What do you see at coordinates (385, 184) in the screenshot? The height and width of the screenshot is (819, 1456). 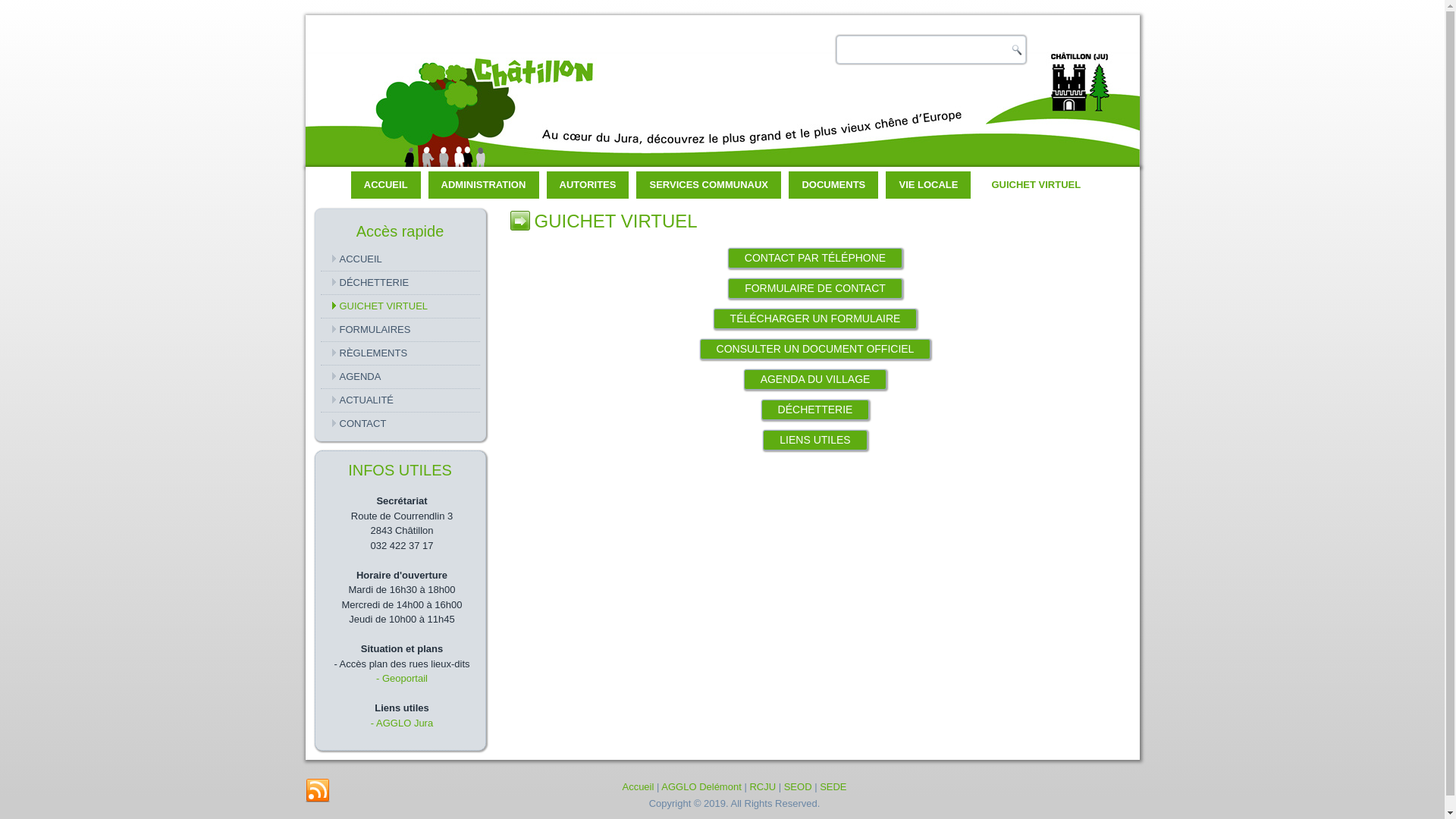 I see `'ACCUEIL'` at bounding box center [385, 184].